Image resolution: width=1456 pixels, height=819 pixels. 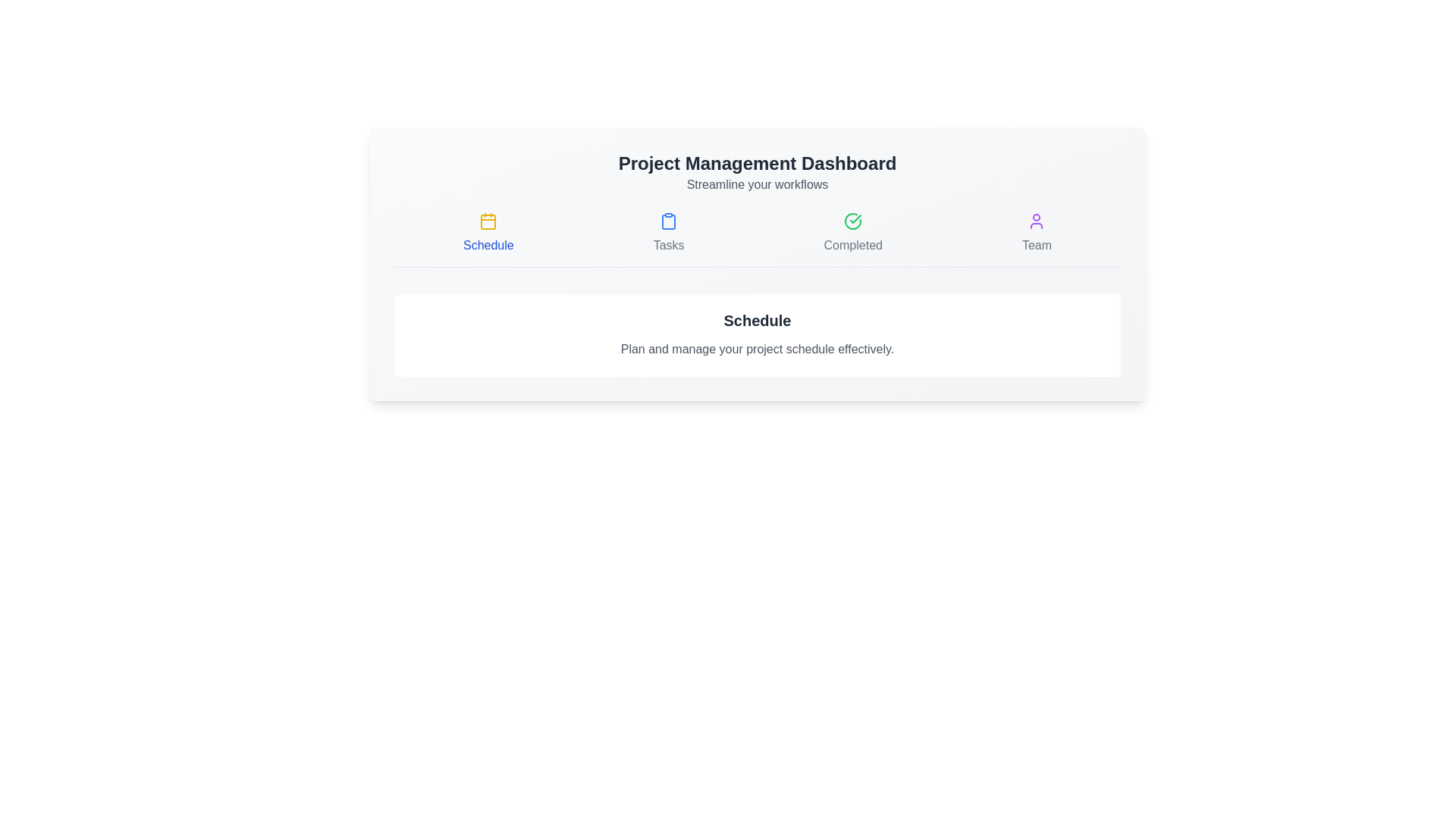 What do you see at coordinates (852, 234) in the screenshot?
I see `the tab named Completed` at bounding box center [852, 234].